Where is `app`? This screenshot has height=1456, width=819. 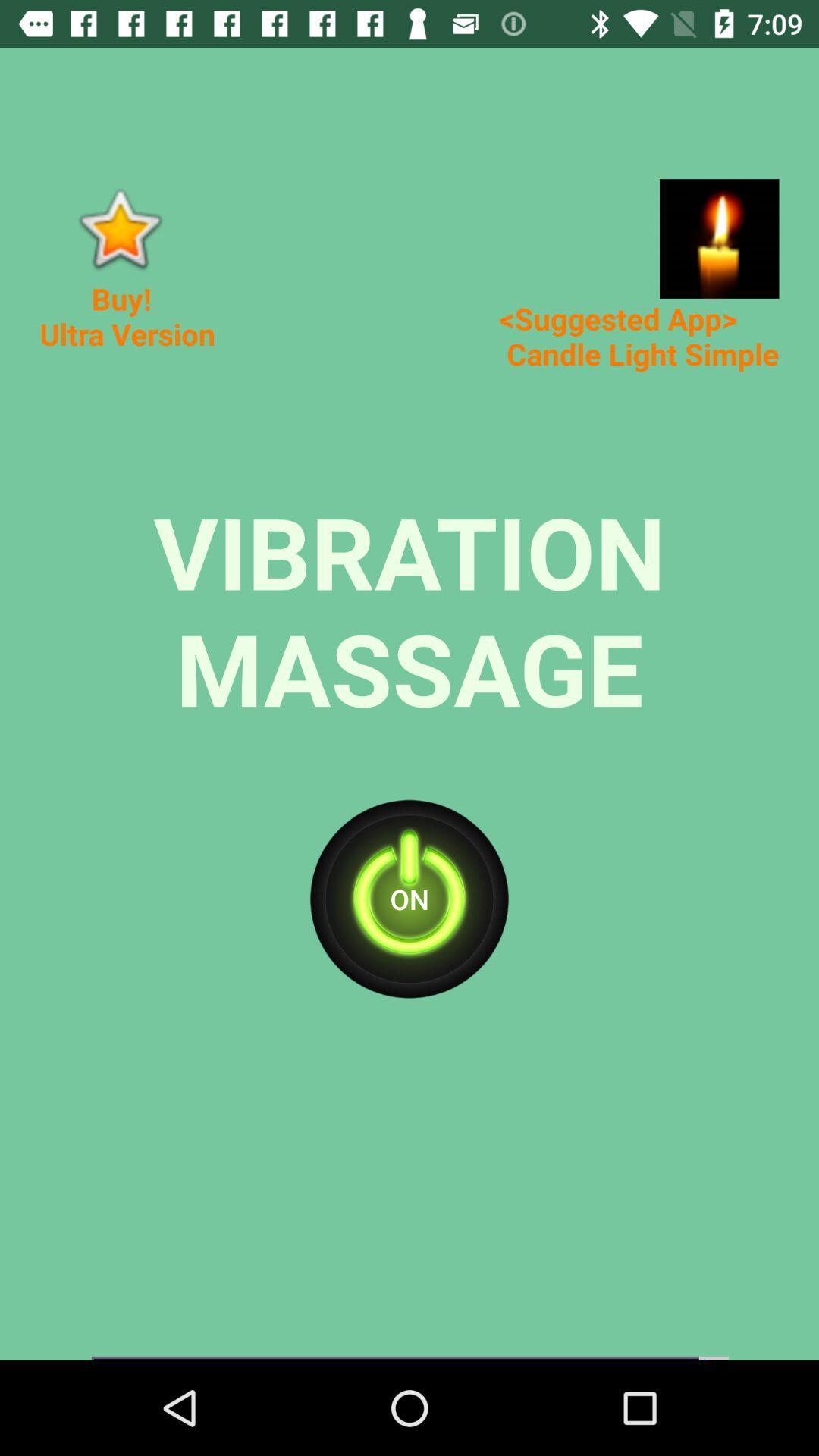
app is located at coordinates (718, 238).